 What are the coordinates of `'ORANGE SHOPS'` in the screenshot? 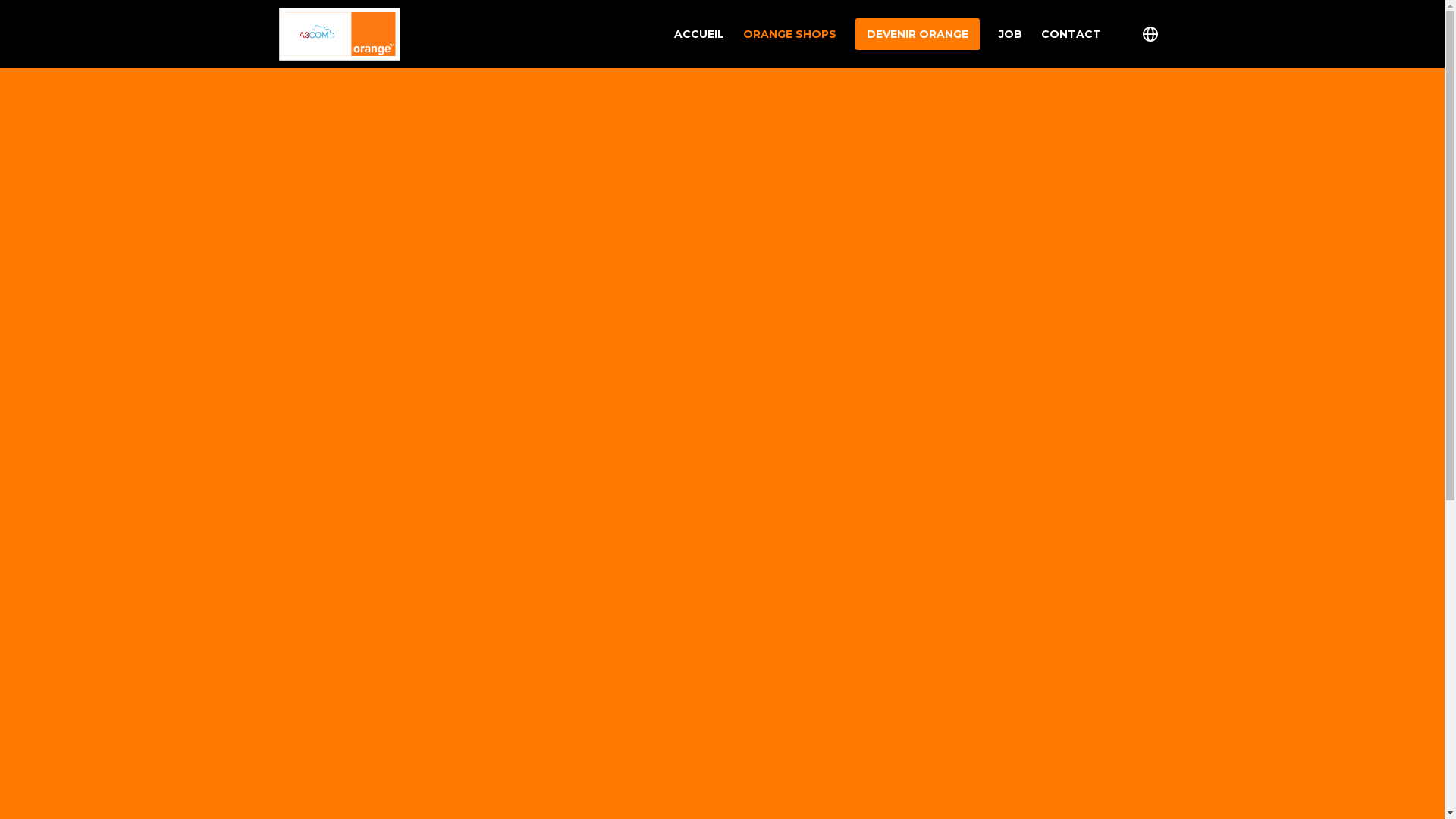 It's located at (780, 34).